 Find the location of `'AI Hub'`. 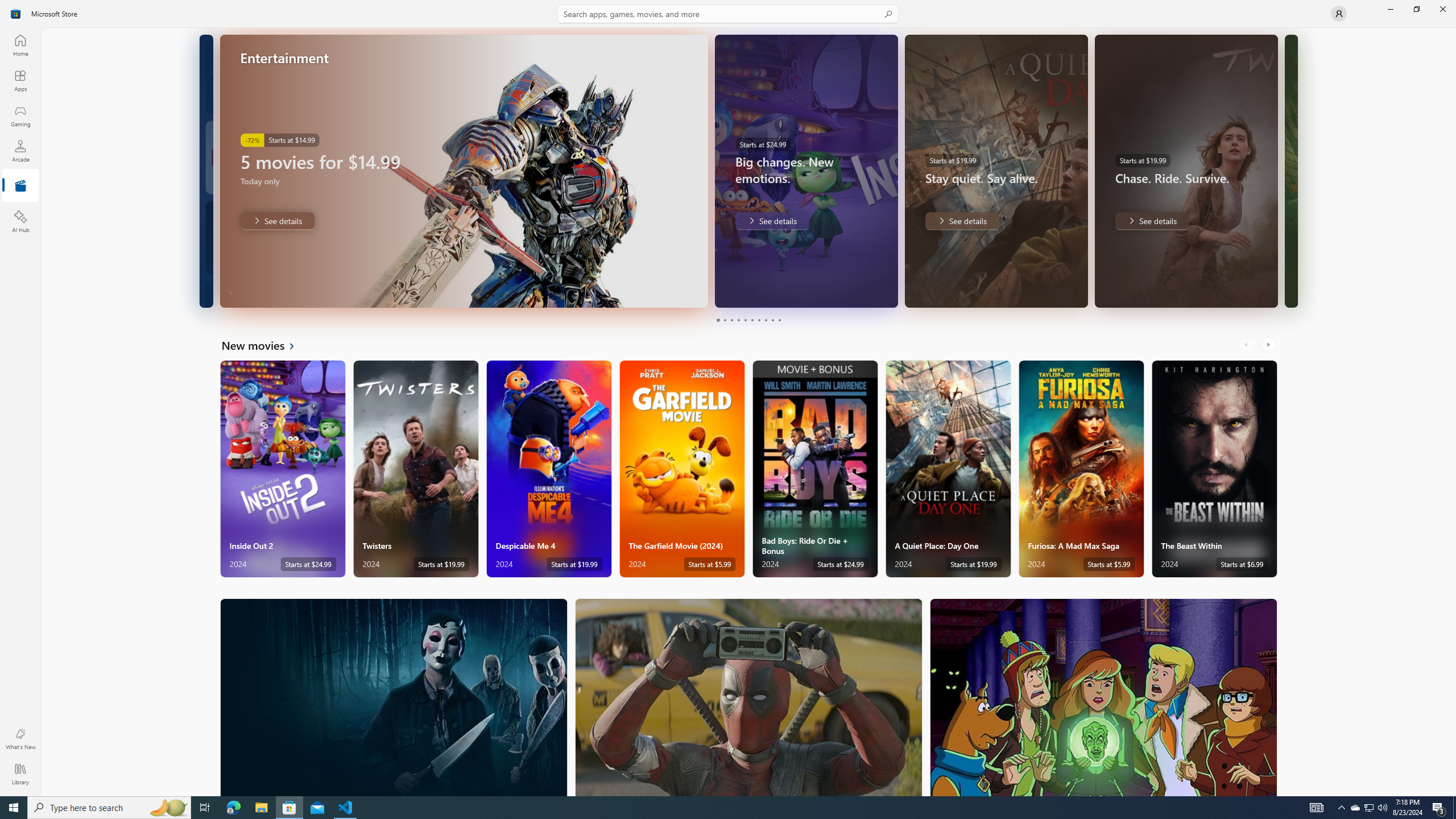

'AI Hub' is located at coordinates (19, 221).